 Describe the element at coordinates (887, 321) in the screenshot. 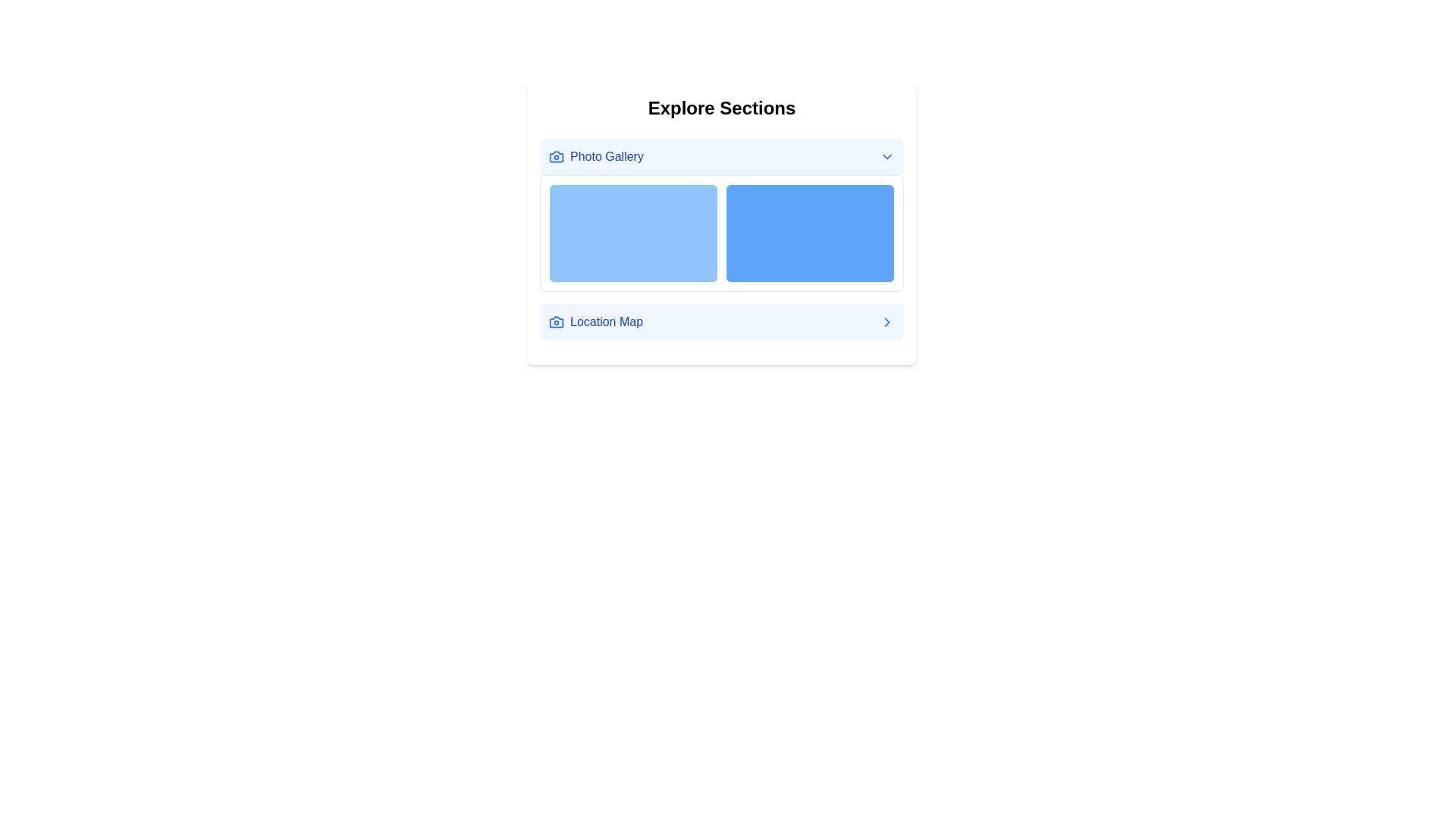

I see `the Chevron Right icon located on the far right of the Location Map row to potentially highlight or display further information` at that location.